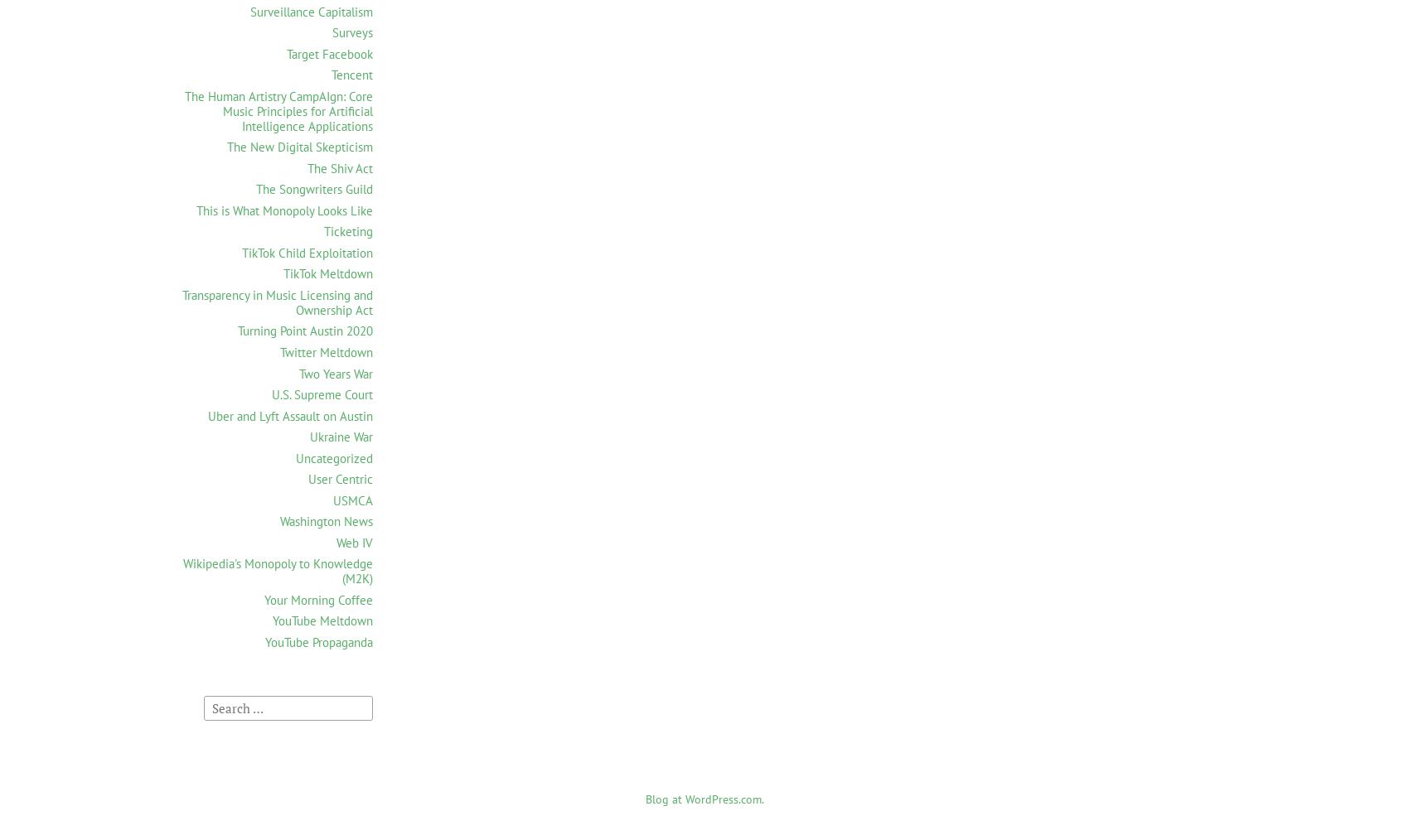 The height and width of the screenshot is (840, 1409). I want to click on 'Twitter Meltdown', so click(326, 351).